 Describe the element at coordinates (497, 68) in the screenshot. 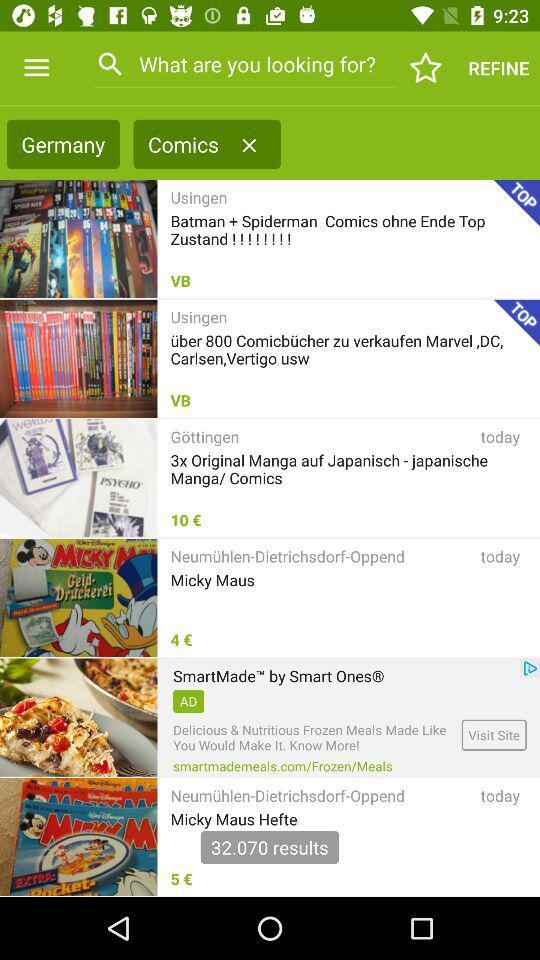

I see `the refine item` at that location.